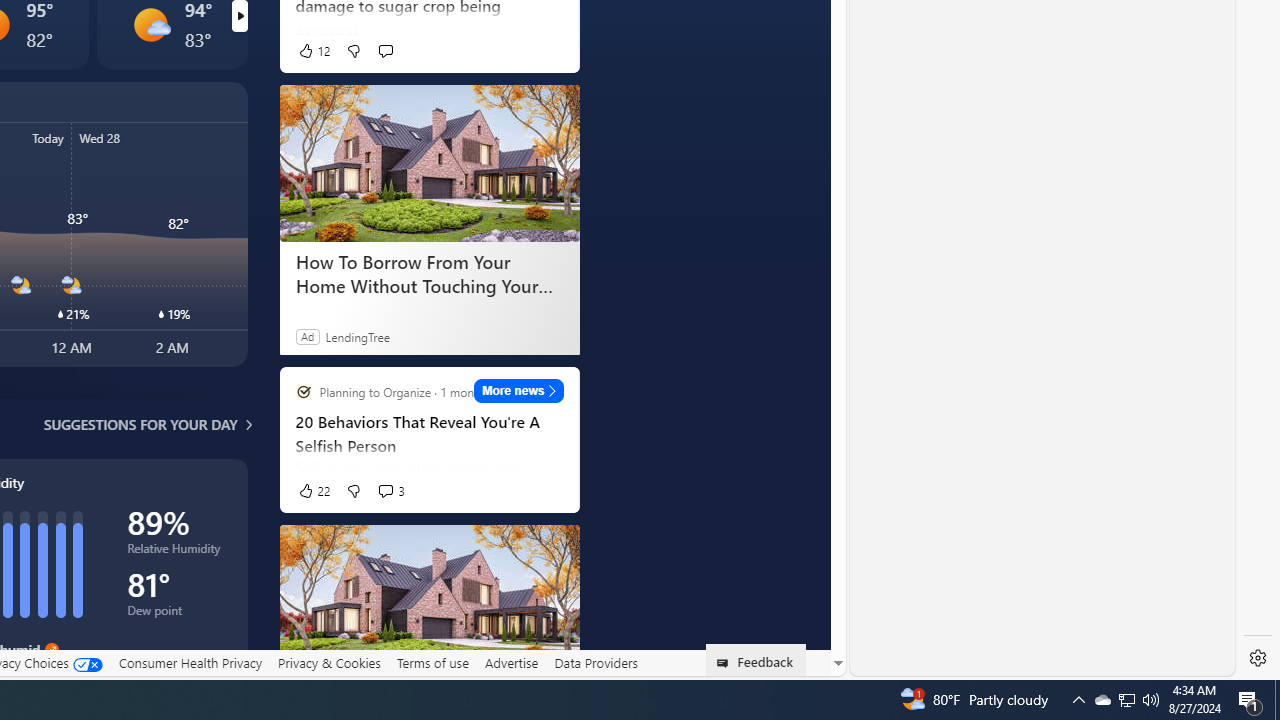 This screenshot has height=720, width=1280. Describe the element at coordinates (431, 662) in the screenshot. I see `'Terms of use'` at that location.